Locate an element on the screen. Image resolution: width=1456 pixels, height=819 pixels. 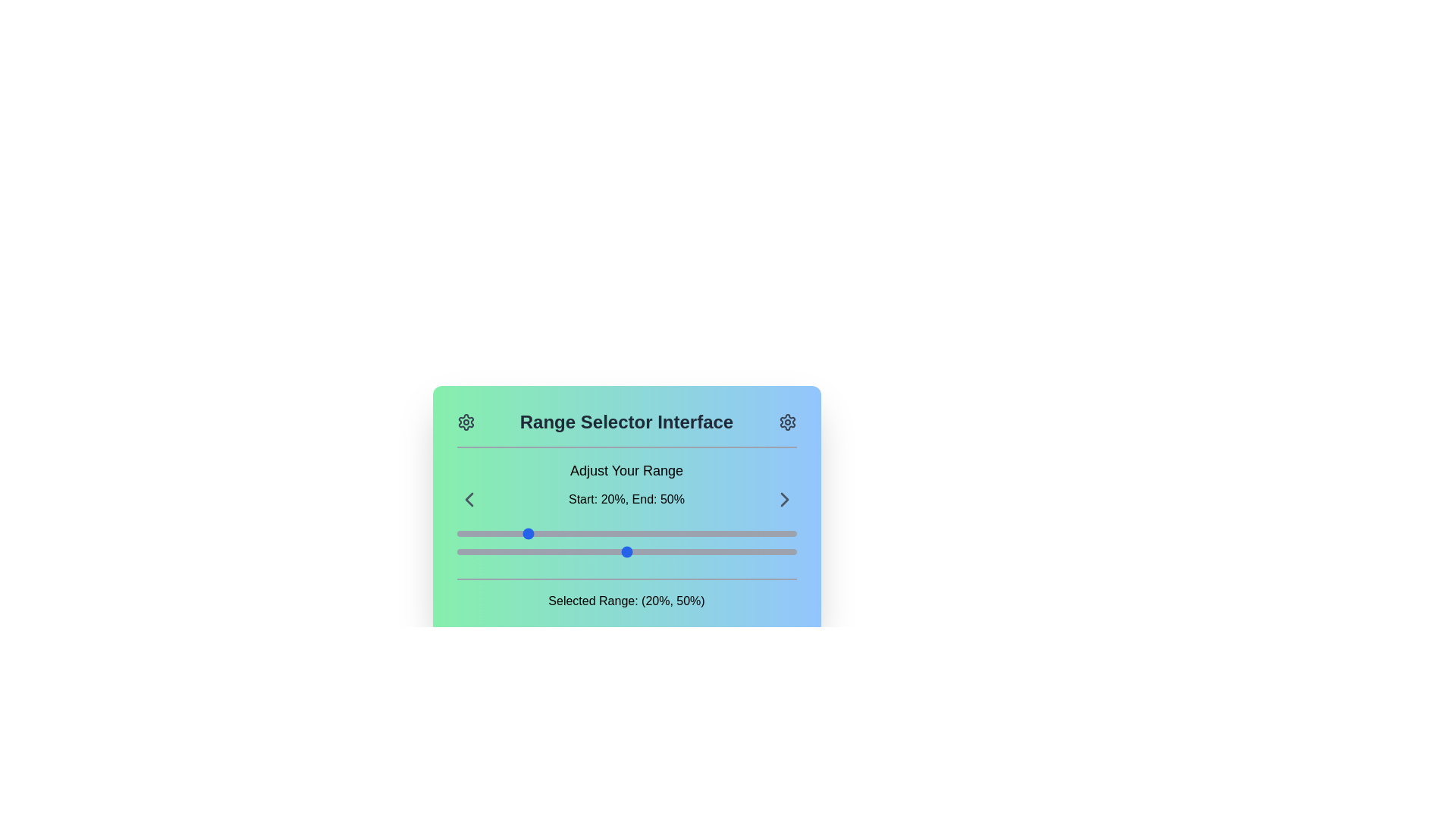
the gear-shaped settings icon located is located at coordinates (787, 422).